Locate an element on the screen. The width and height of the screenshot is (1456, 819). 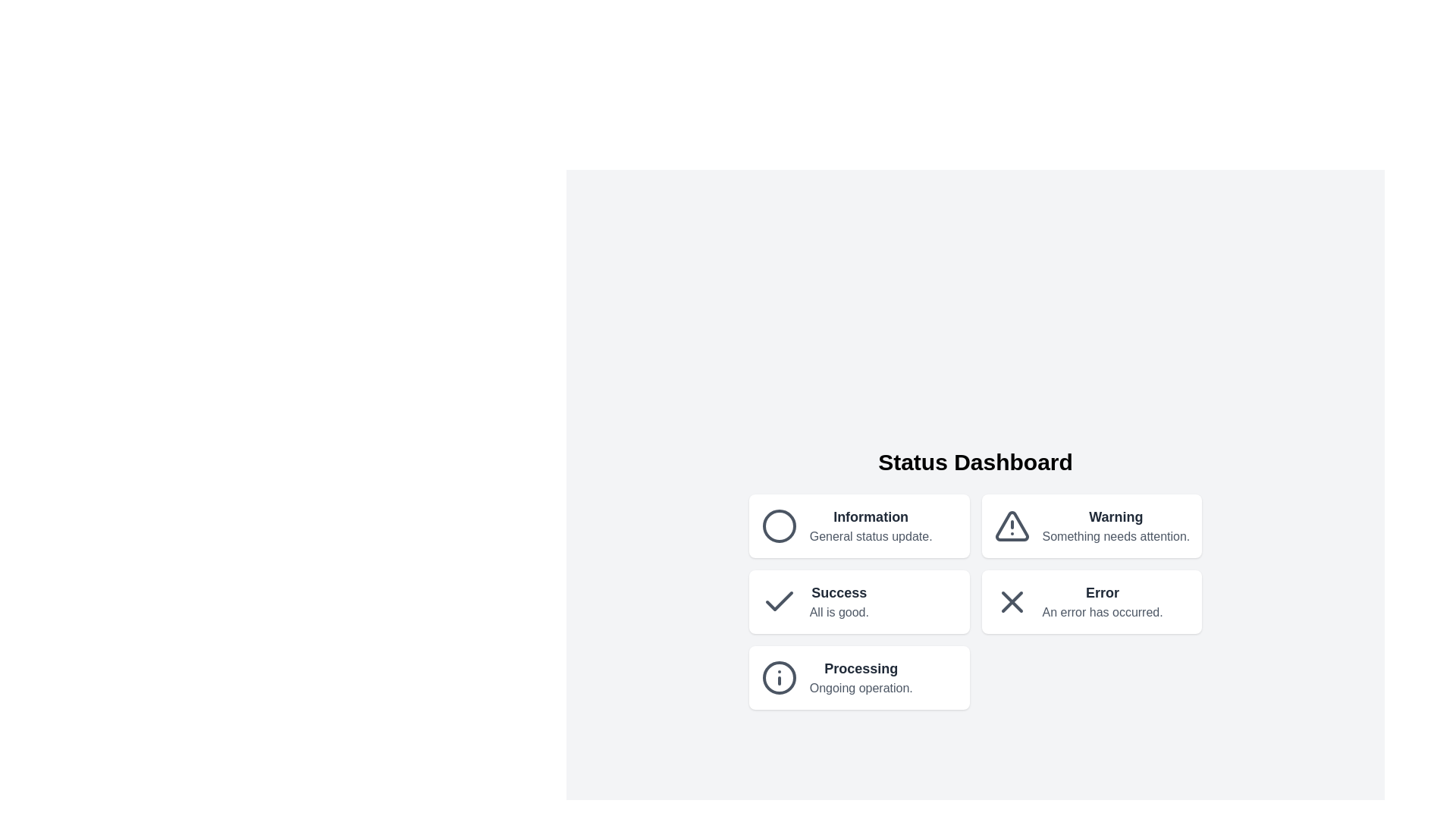
the text element displaying 'Processing' in bold, larger font size, styled with dark gray color, located at the bottom left section of the status dashboard is located at coordinates (861, 668).